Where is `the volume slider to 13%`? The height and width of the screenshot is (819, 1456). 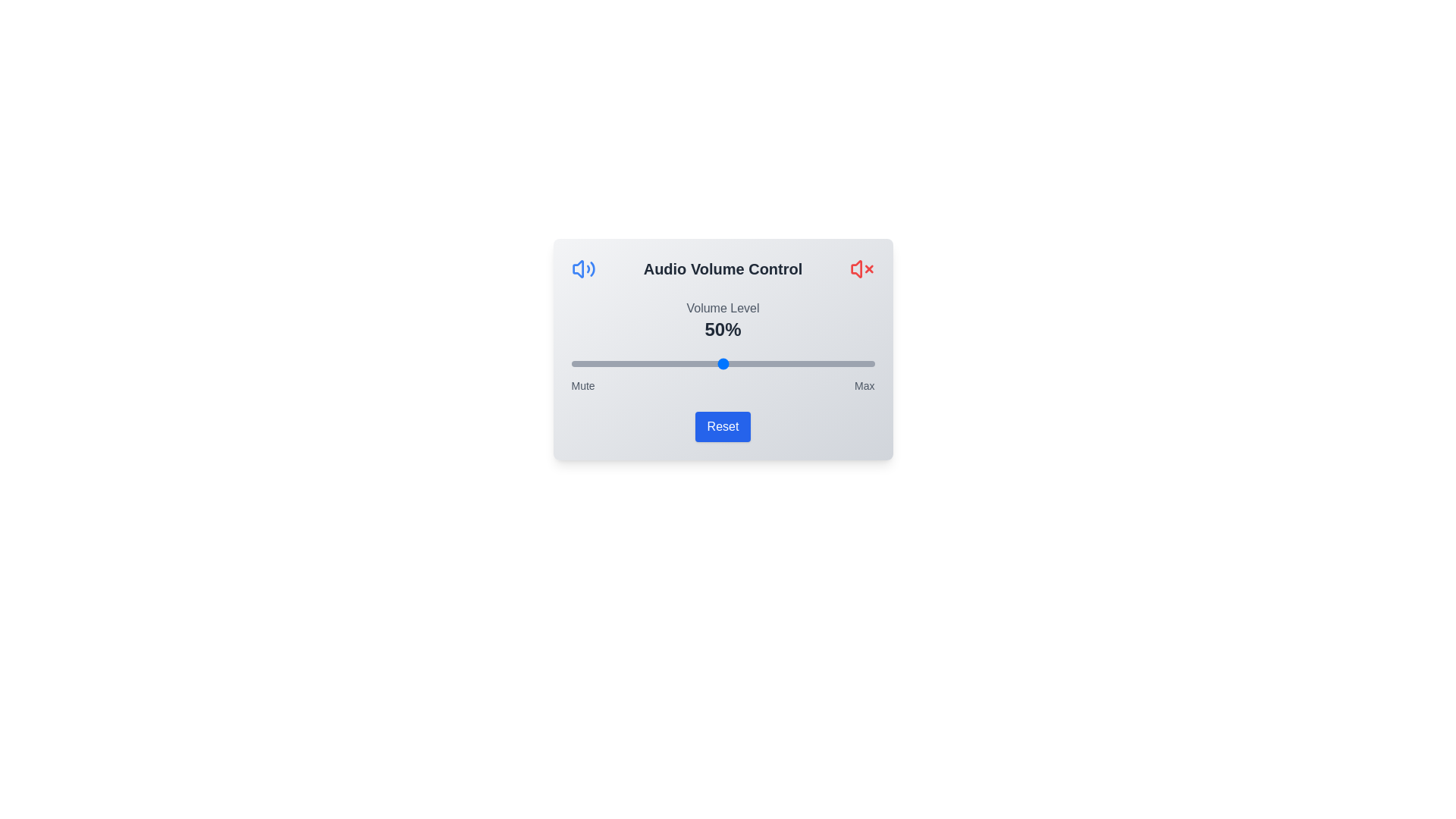 the volume slider to 13% is located at coordinates (610, 363).